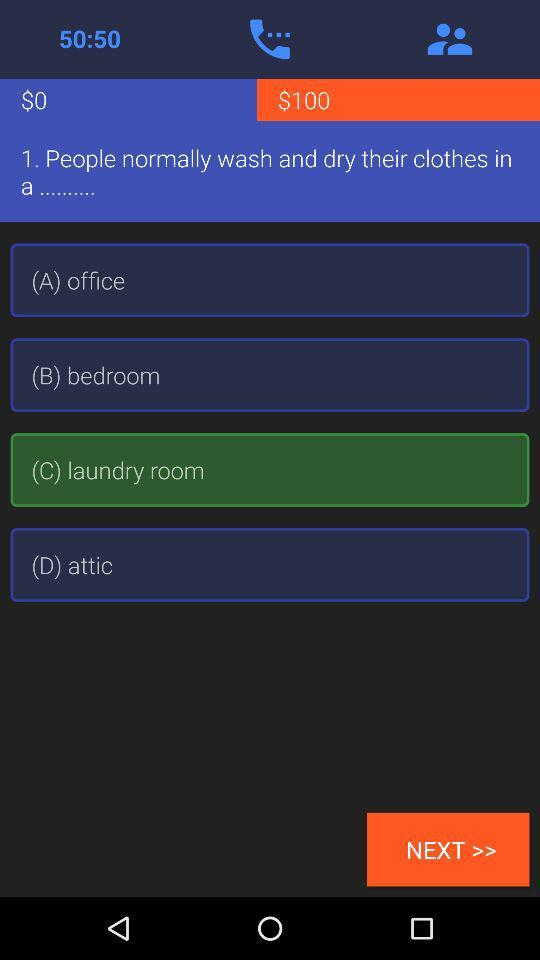 This screenshot has height=960, width=540. Describe the element at coordinates (448, 848) in the screenshot. I see `next >>   item` at that location.